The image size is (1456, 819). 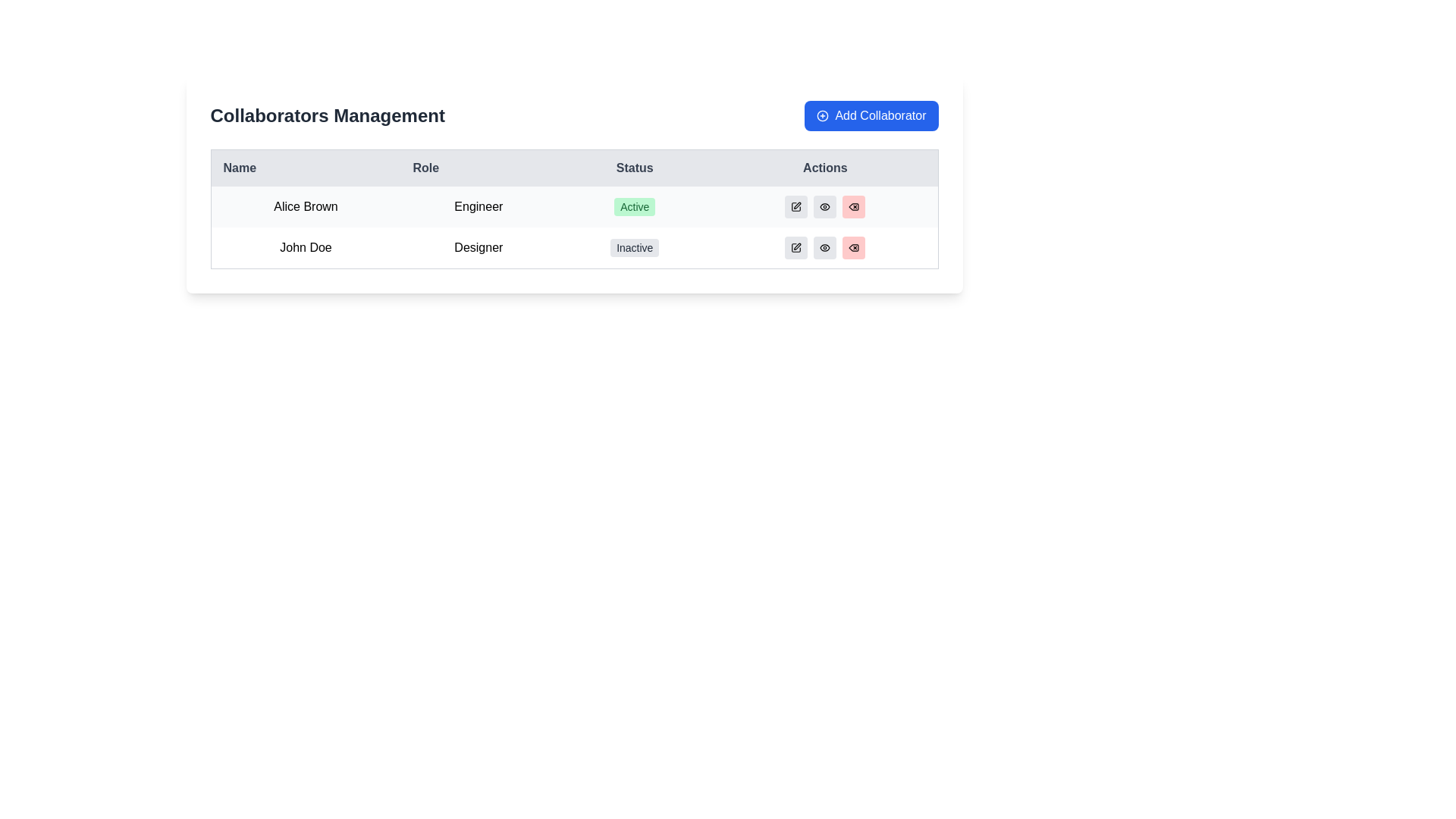 I want to click on the eye icon button located in the 'Actions' column of the second row, which is aligned with the 'Inactive' status of 'John Doe', so click(x=824, y=247).